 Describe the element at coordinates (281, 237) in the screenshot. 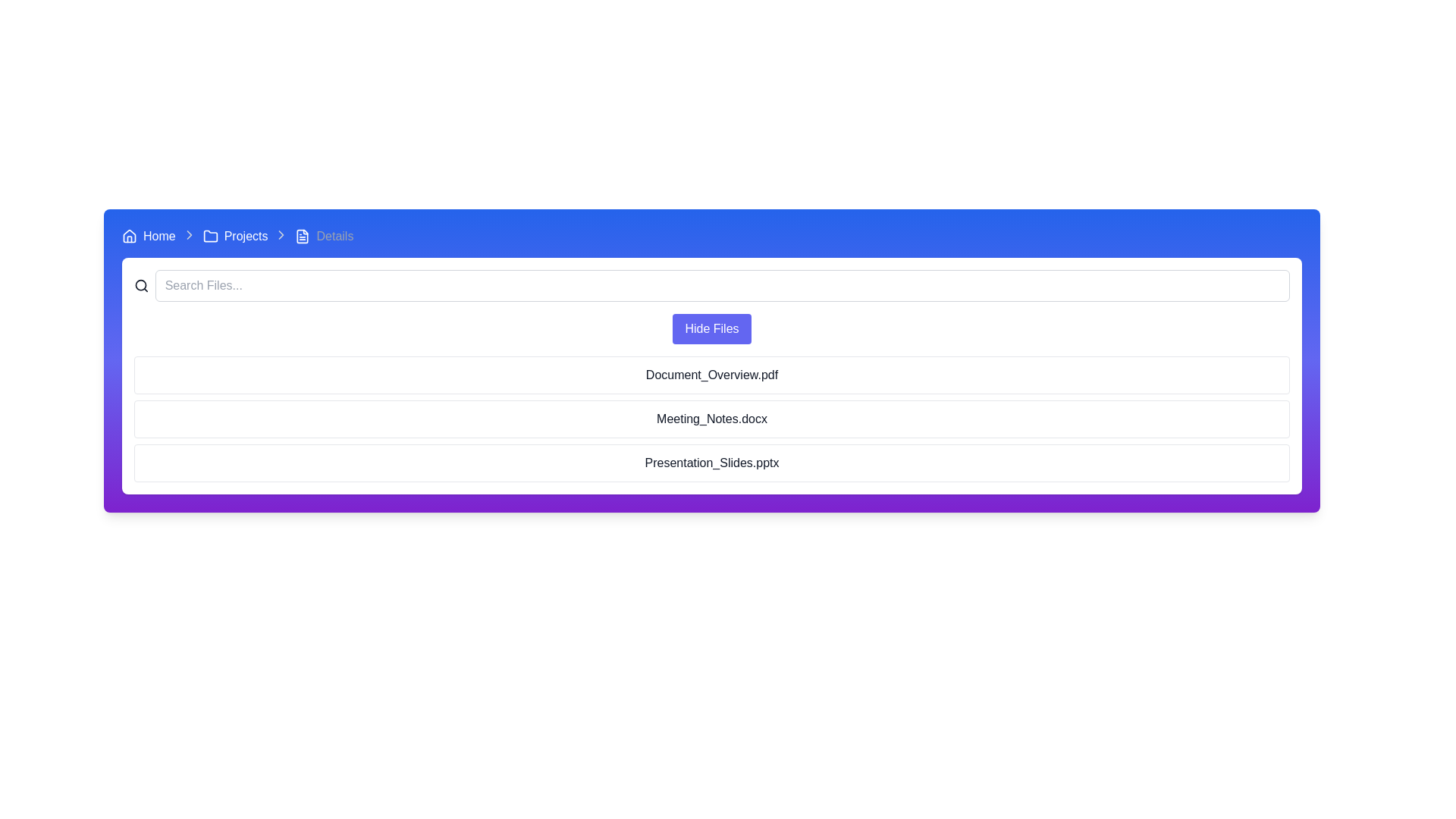

I see `the chevron arrow icon located between 'Projects' and 'Details' in the navigation bar, which serves as a navigational separator` at that location.